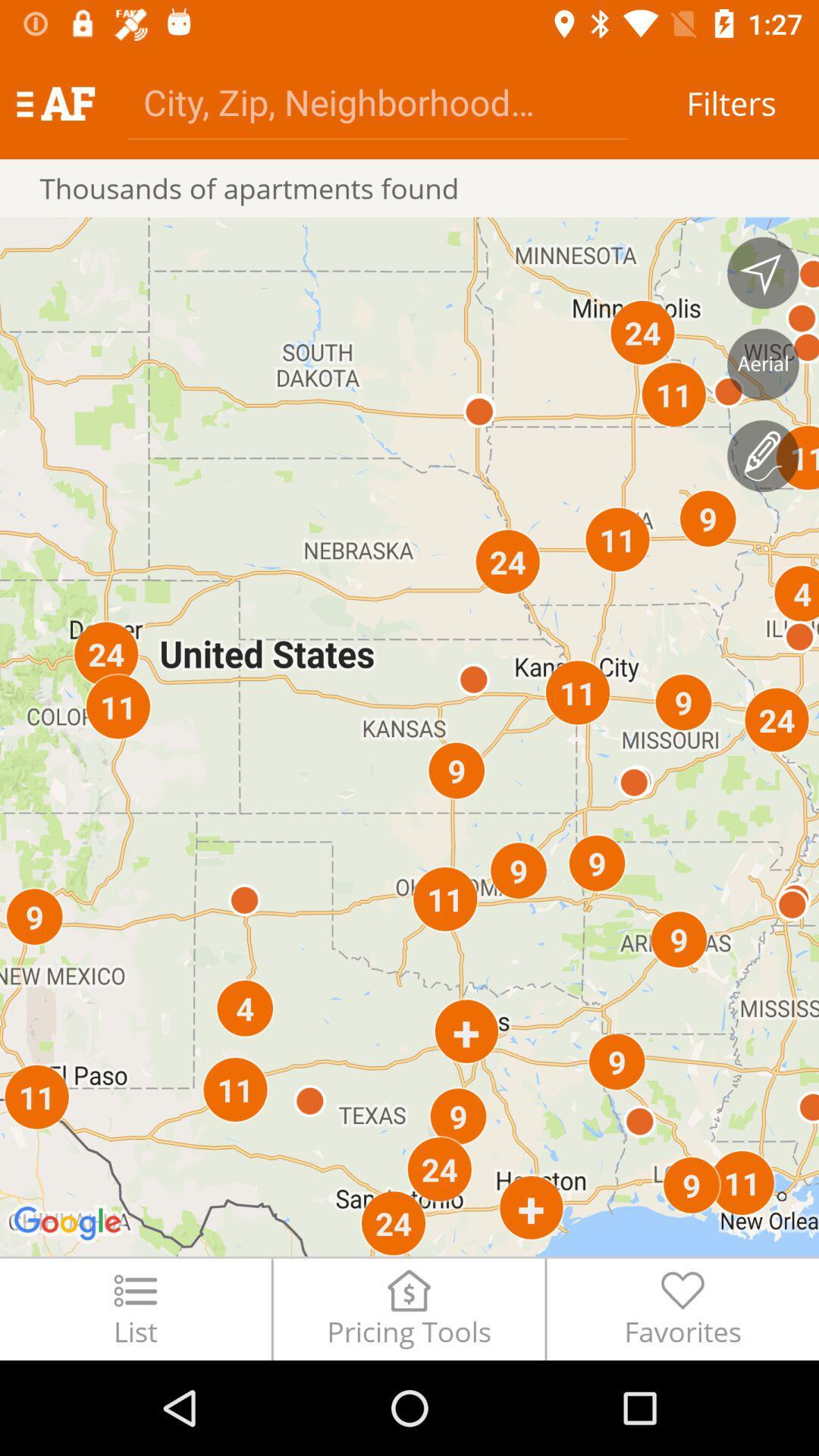 The image size is (819, 1456). I want to click on address, so click(376, 101).